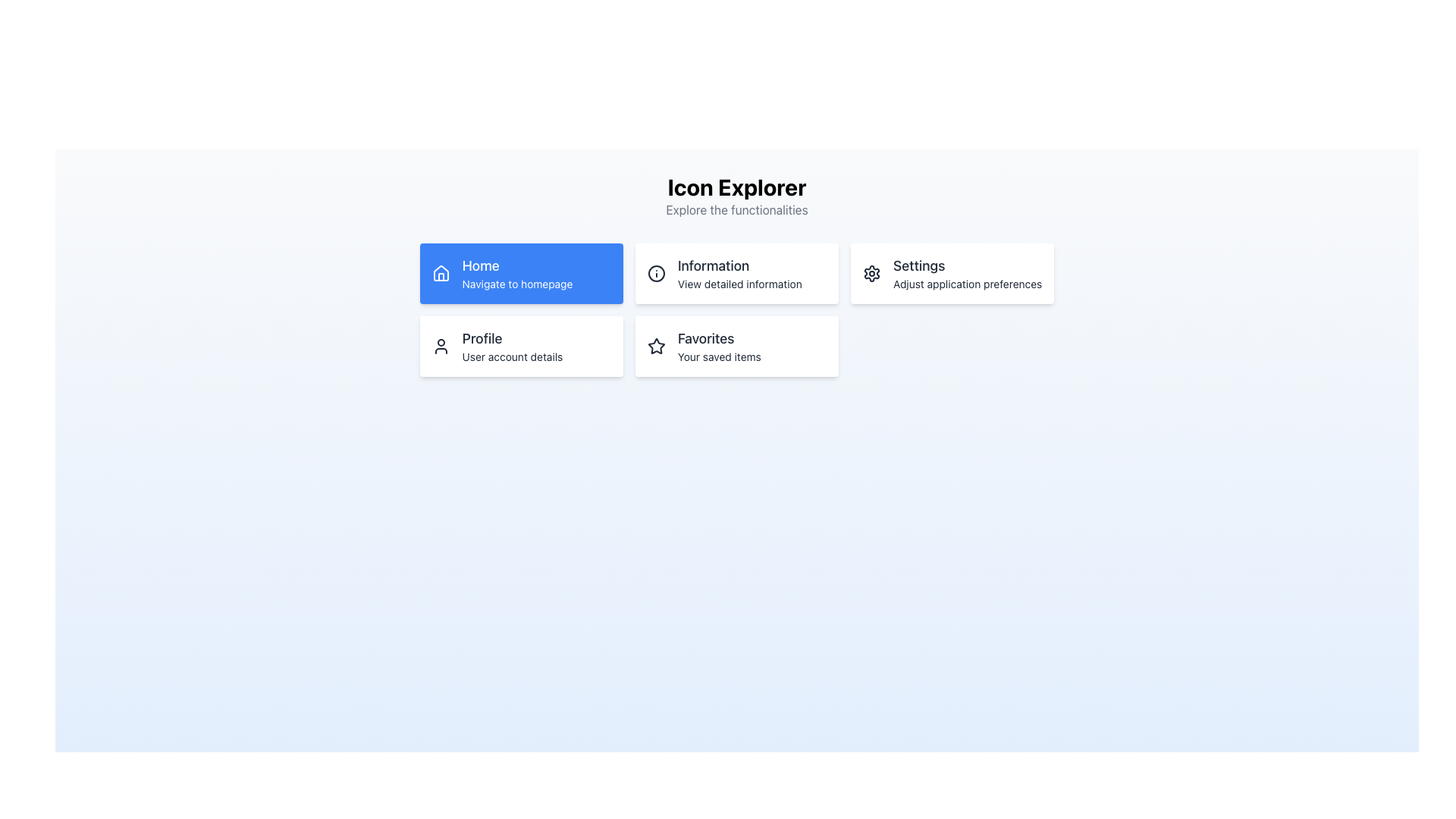  I want to click on the icon located on the leftmost side of the 'Information' card in the second row, so click(656, 274).